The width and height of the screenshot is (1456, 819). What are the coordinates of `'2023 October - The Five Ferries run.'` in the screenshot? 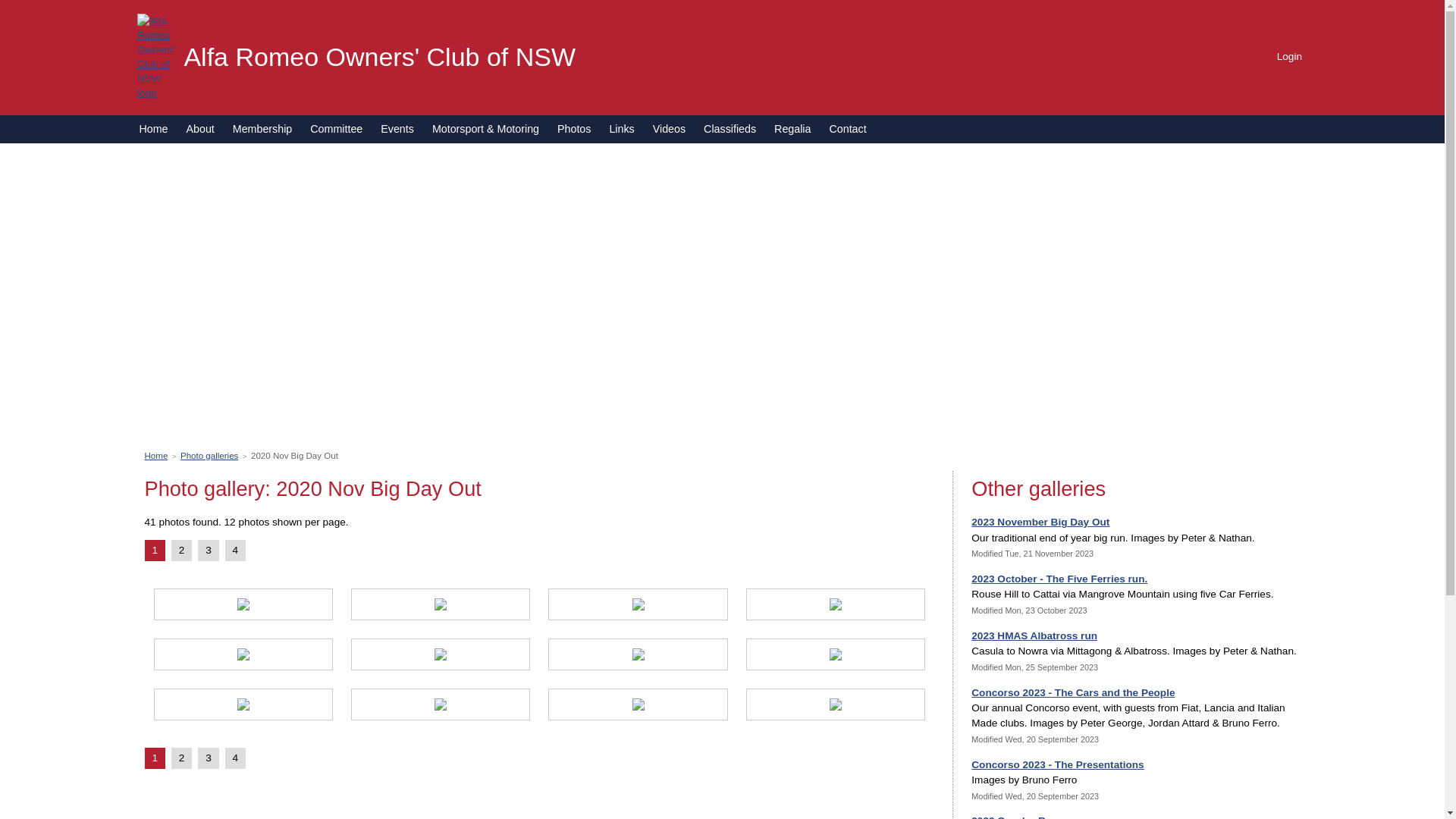 It's located at (1058, 579).